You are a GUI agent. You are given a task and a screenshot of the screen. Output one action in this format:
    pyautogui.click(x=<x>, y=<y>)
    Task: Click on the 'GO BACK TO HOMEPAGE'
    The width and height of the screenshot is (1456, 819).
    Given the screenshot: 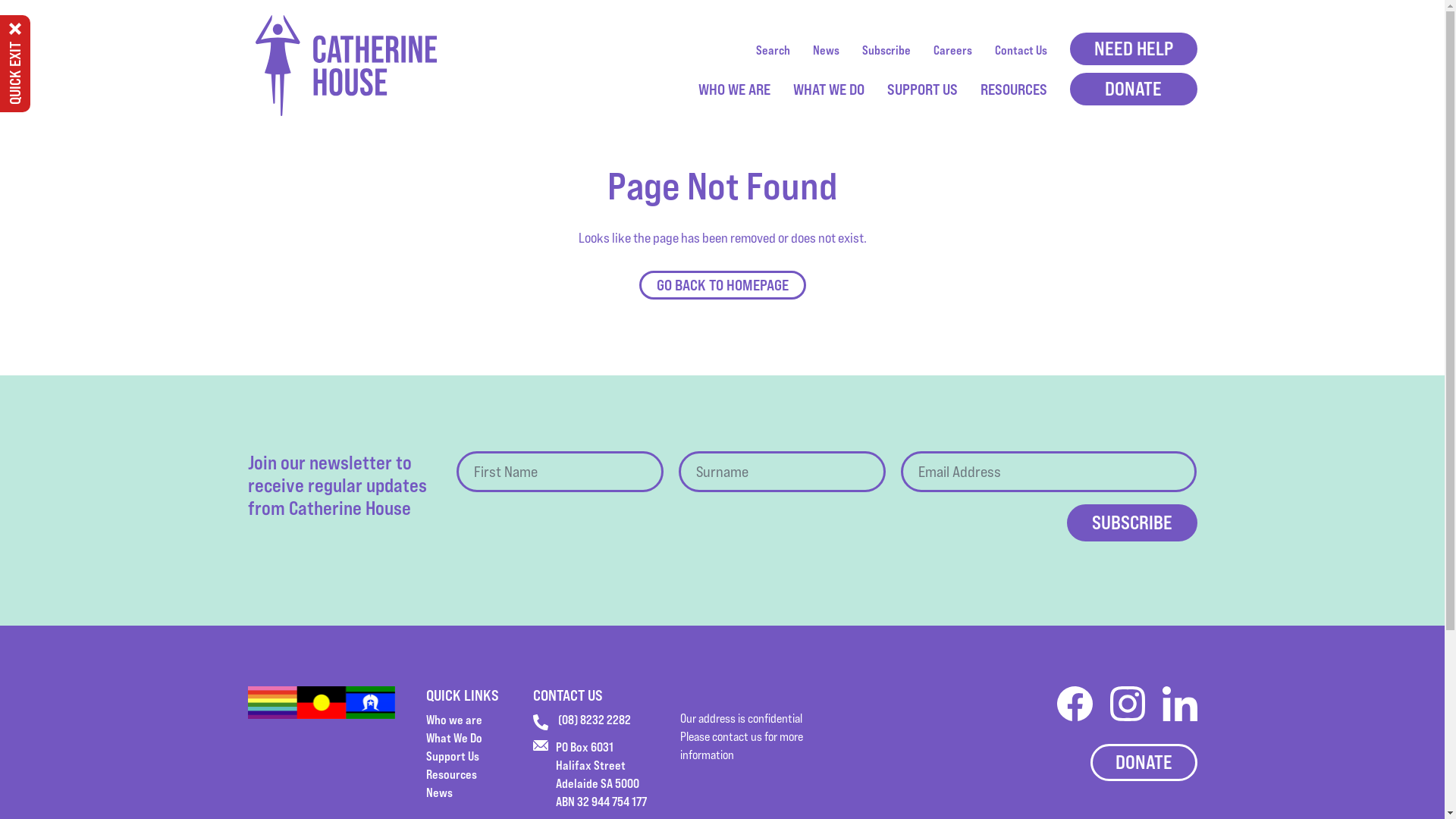 What is the action you would take?
    pyautogui.click(x=720, y=284)
    